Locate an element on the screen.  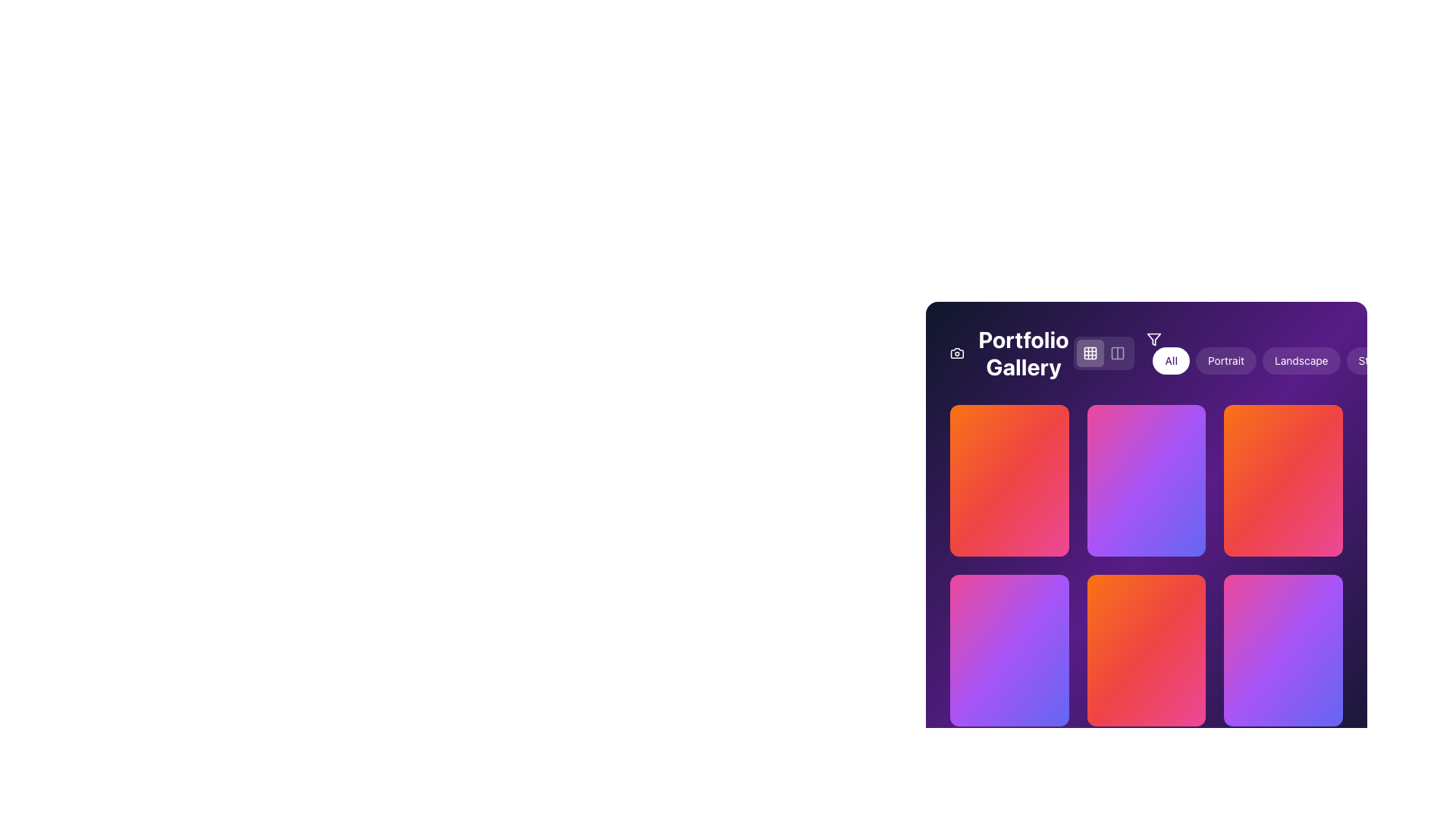
the grid-view toggle button located in the header interface, positioned between the 'Gallery' text and a filter icon is located at coordinates (1090, 353).